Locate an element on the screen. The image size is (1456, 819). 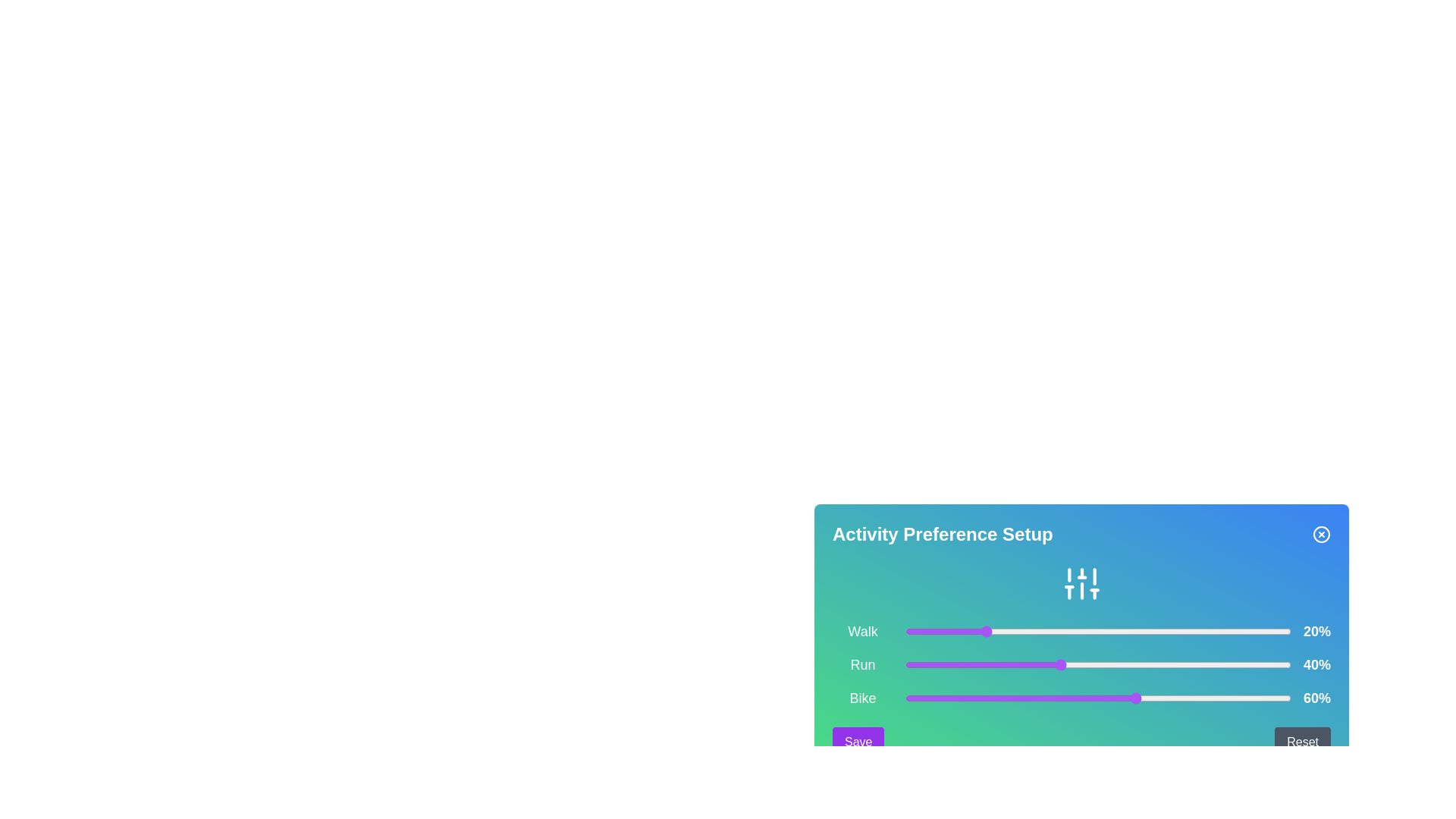
the slider for 0 to 37% is located at coordinates (1047, 632).